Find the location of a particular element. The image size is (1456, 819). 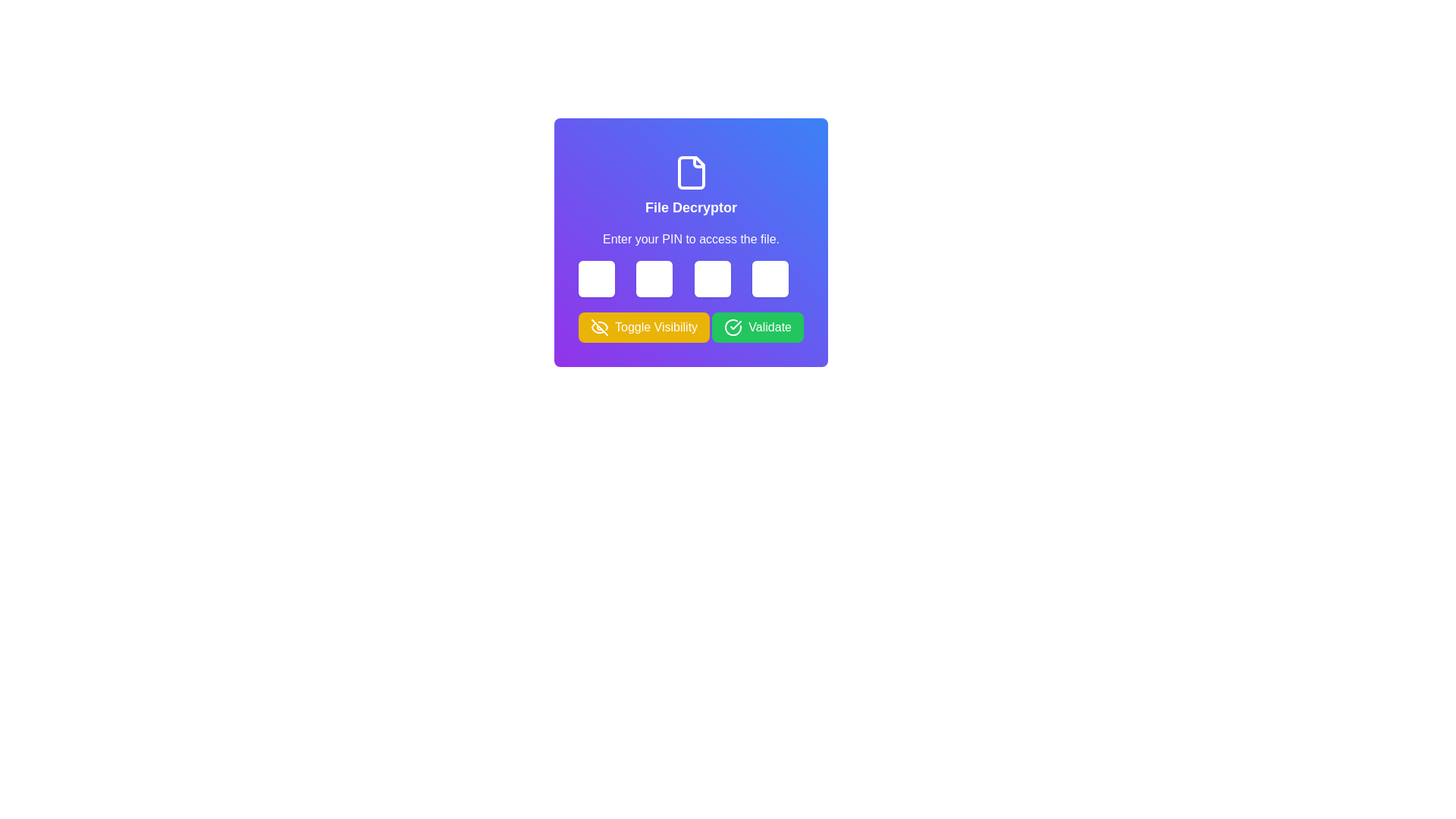

the Header with Icon that features a document icon and the title 'File Decryptor' on a blue gradient background is located at coordinates (690, 186).